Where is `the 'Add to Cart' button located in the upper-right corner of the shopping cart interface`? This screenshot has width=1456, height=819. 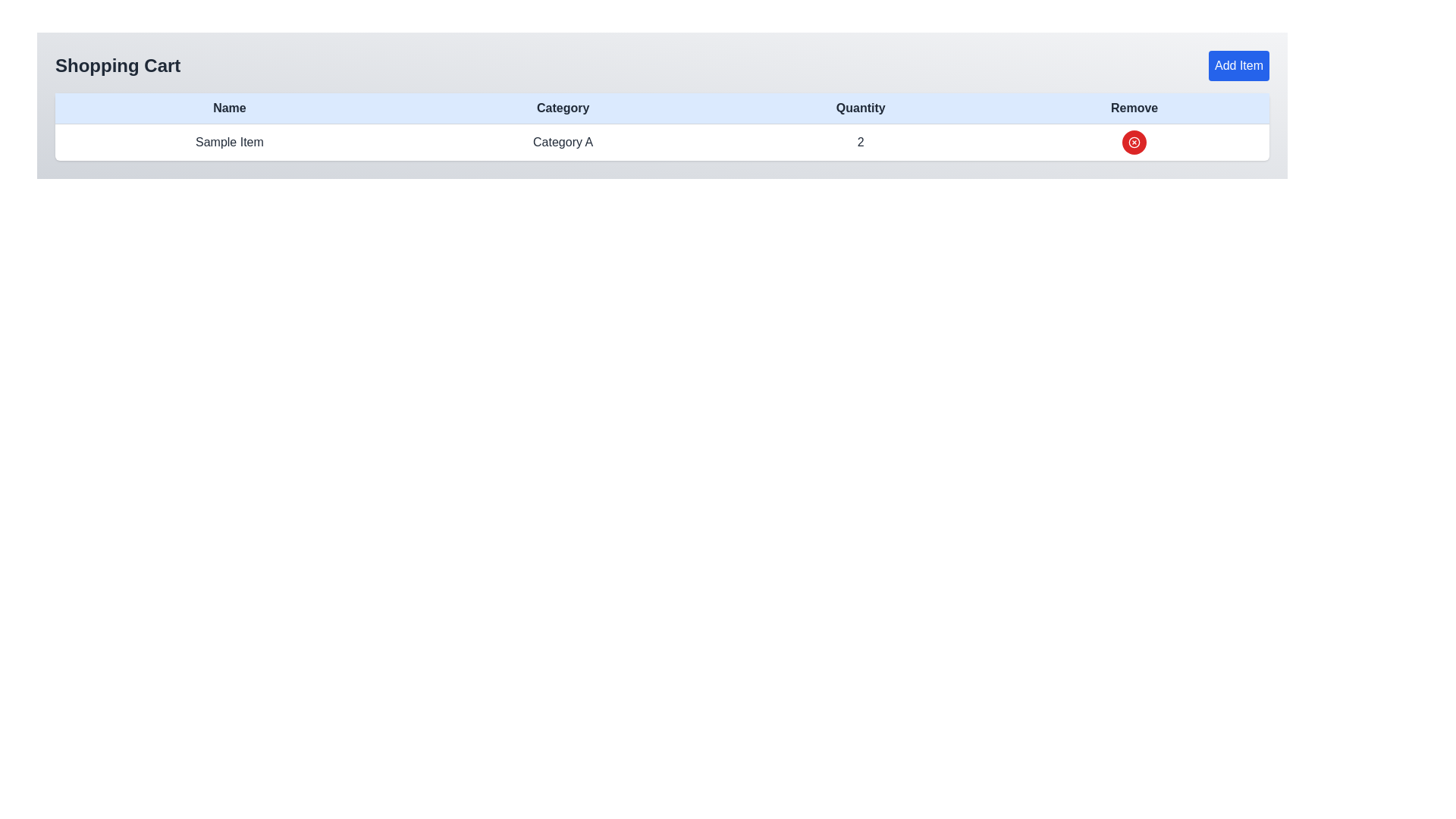
the 'Add to Cart' button located in the upper-right corner of the shopping cart interface is located at coordinates (1238, 65).